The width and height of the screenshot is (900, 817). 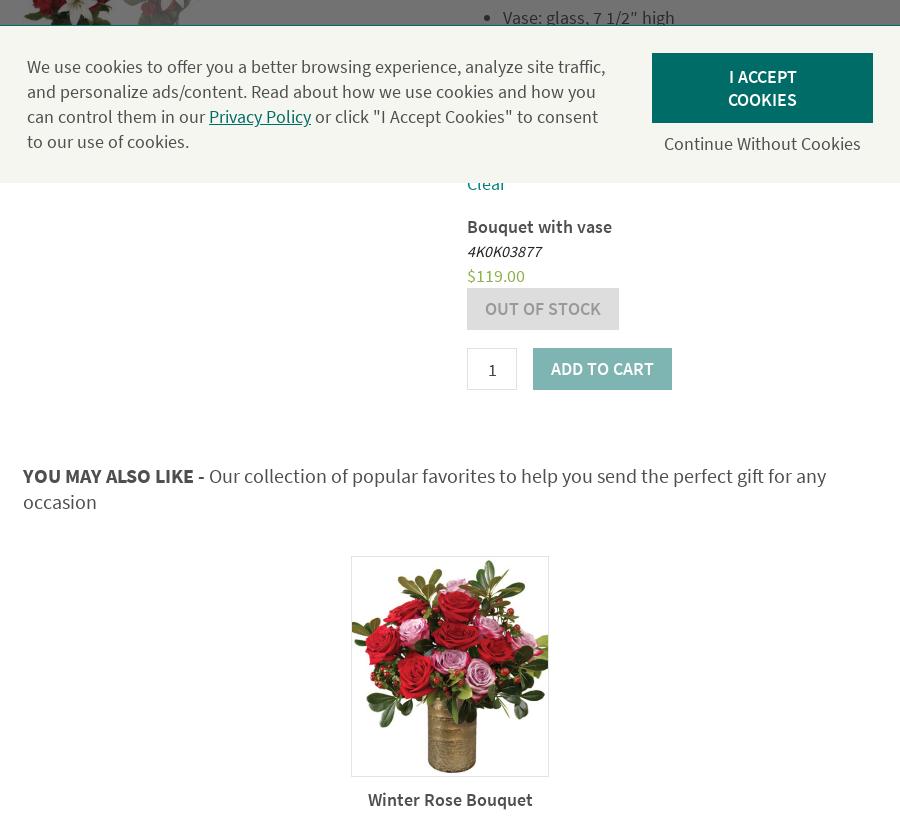 I want to click on '4K0K03877', so click(x=466, y=250).